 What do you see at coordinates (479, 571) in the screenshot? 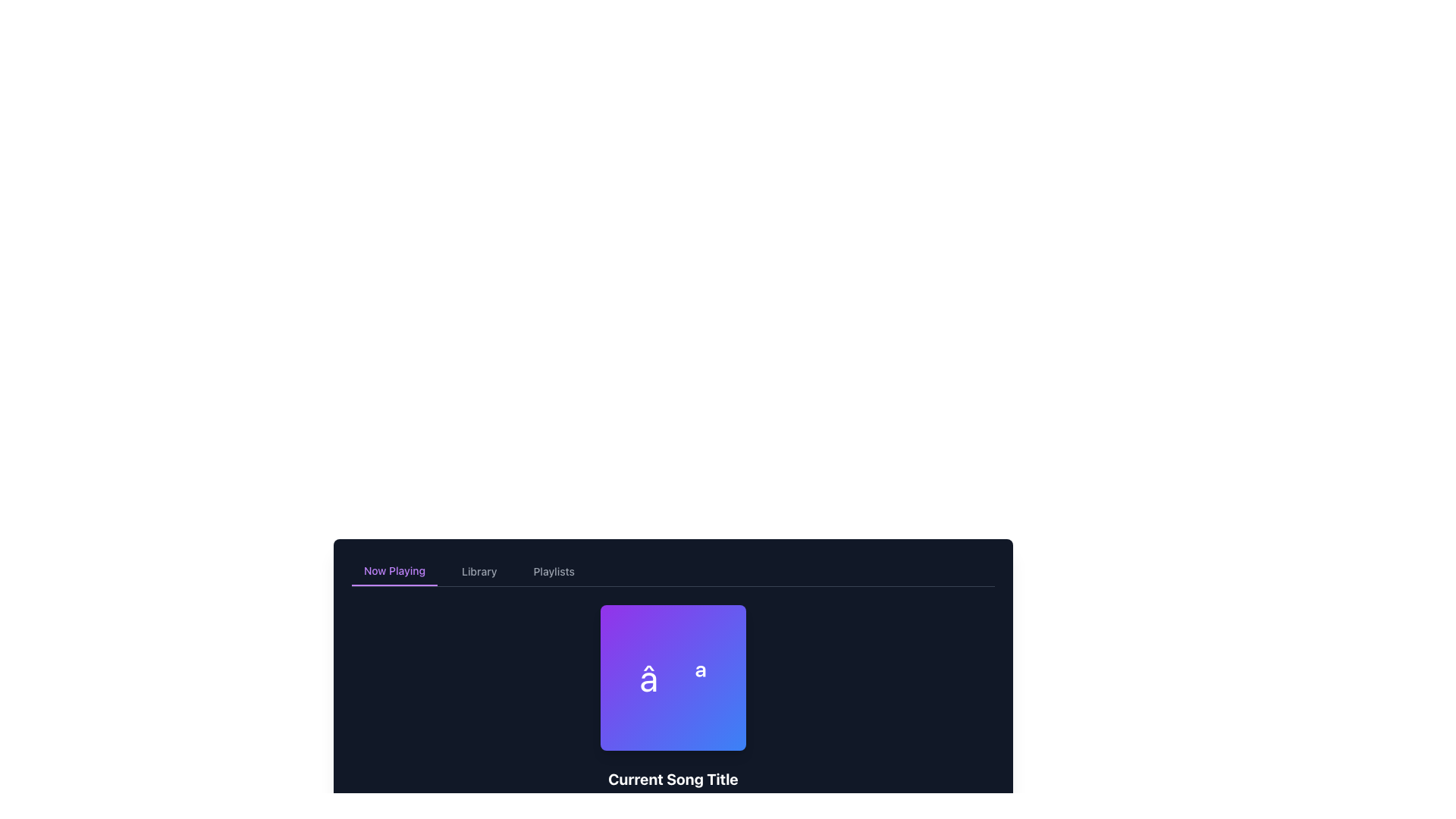
I see `the 'Library' clickable text label to change its color from gray to purple` at bounding box center [479, 571].